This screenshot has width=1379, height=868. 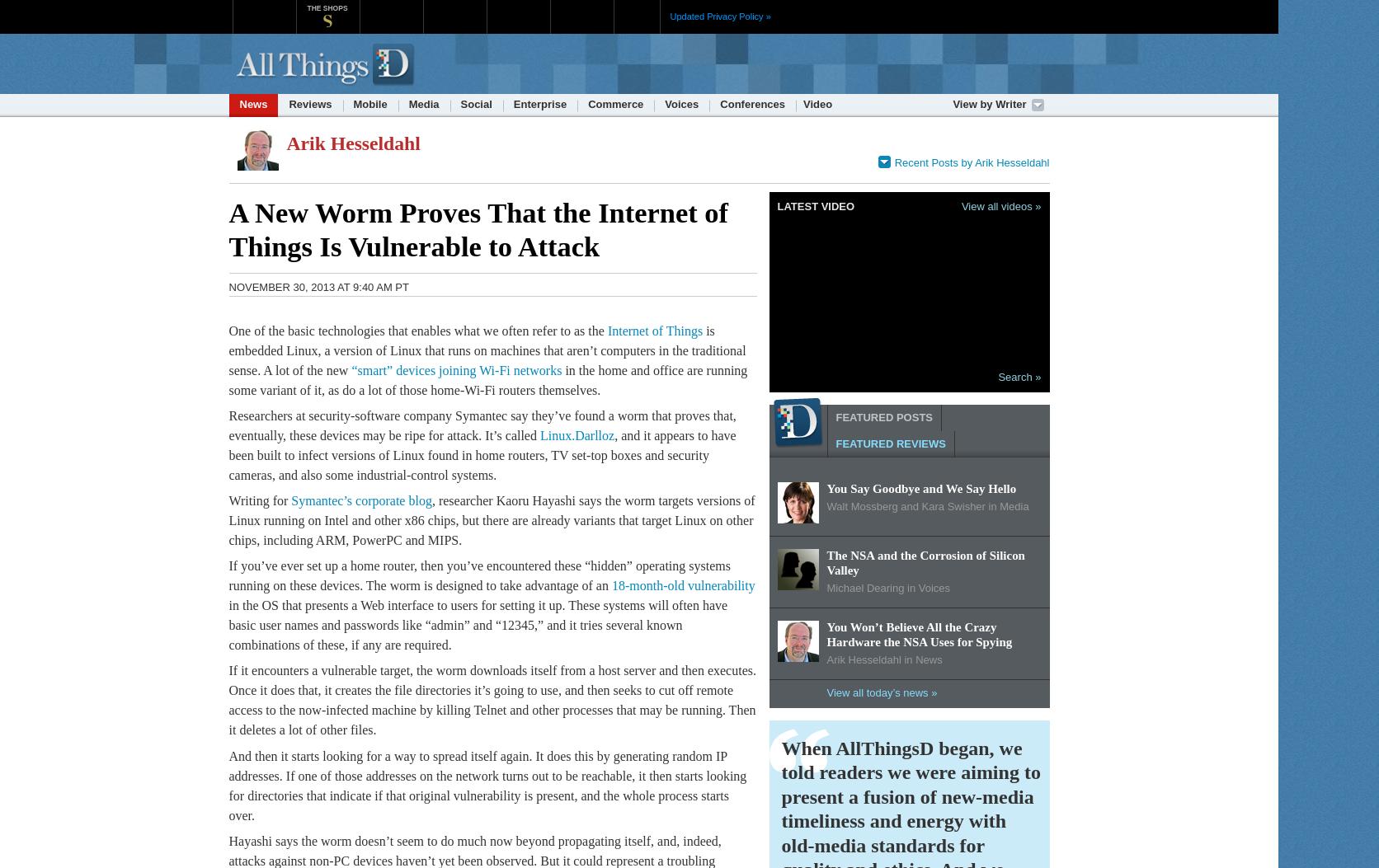 What do you see at coordinates (309, 104) in the screenshot?
I see `'Reviews'` at bounding box center [309, 104].